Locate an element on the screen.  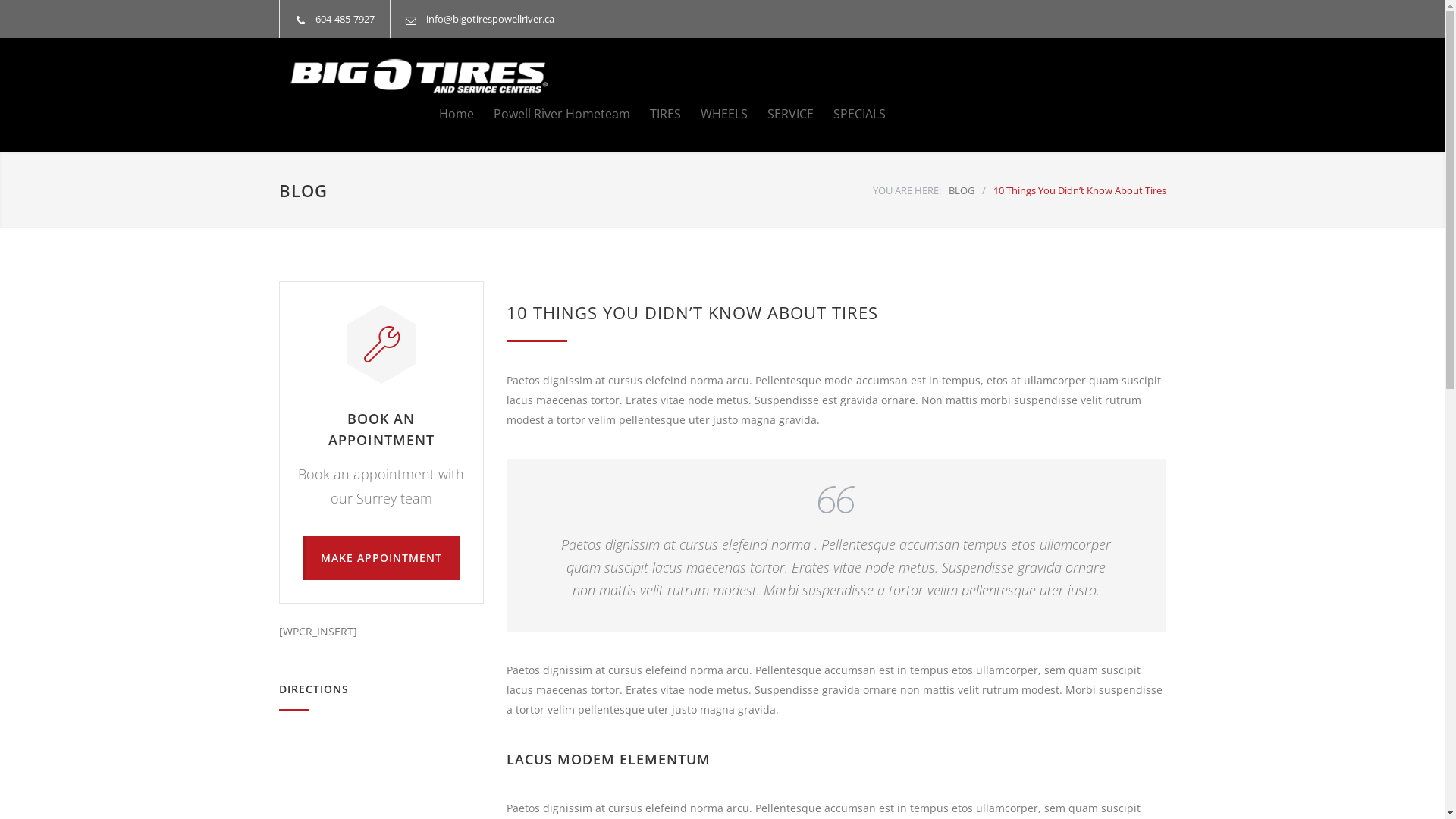
'TIRES' is located at coordinates (654, 113).